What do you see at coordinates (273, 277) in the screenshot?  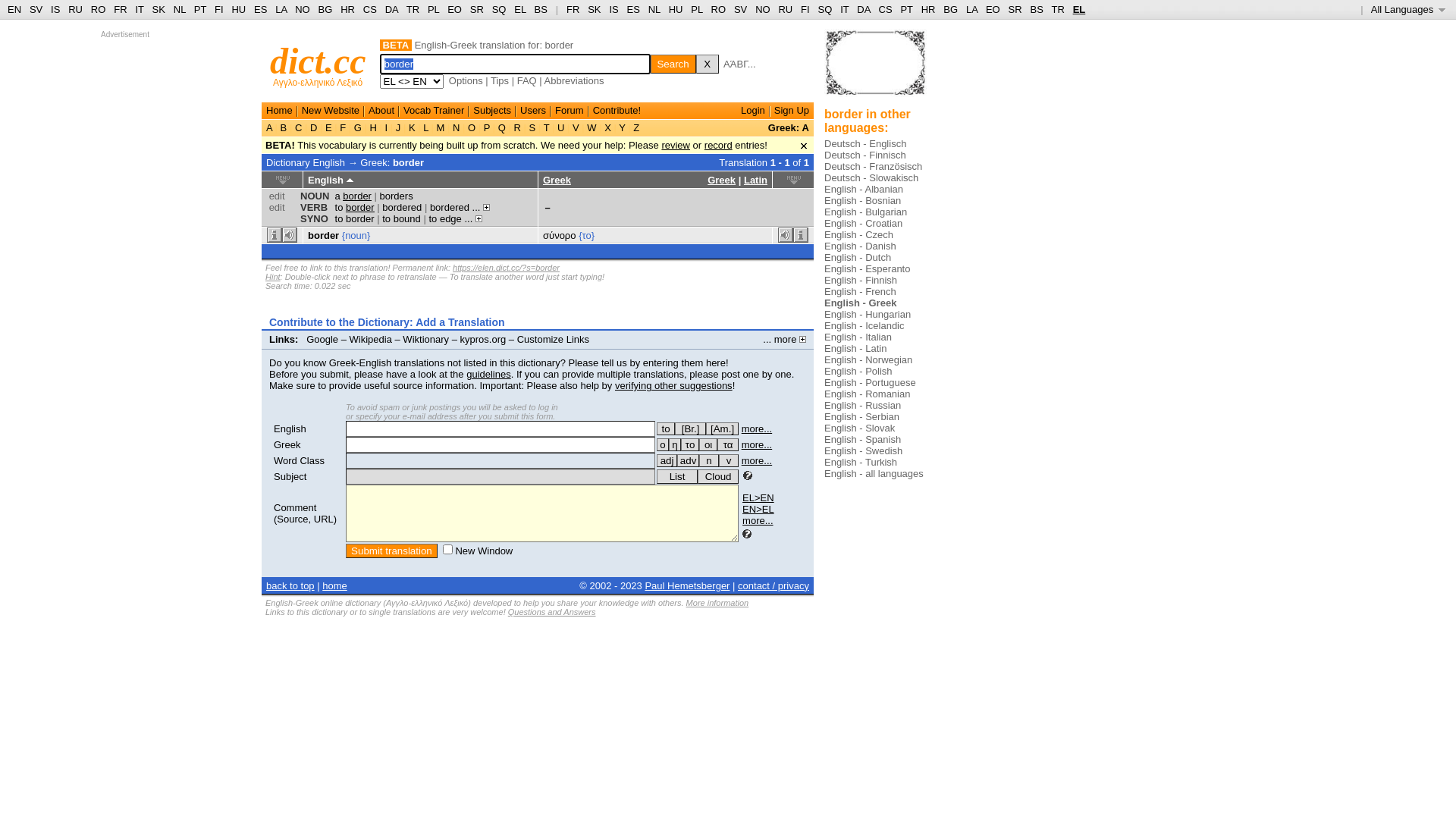 I see `'Hint'` at bounding box center [273, 277].